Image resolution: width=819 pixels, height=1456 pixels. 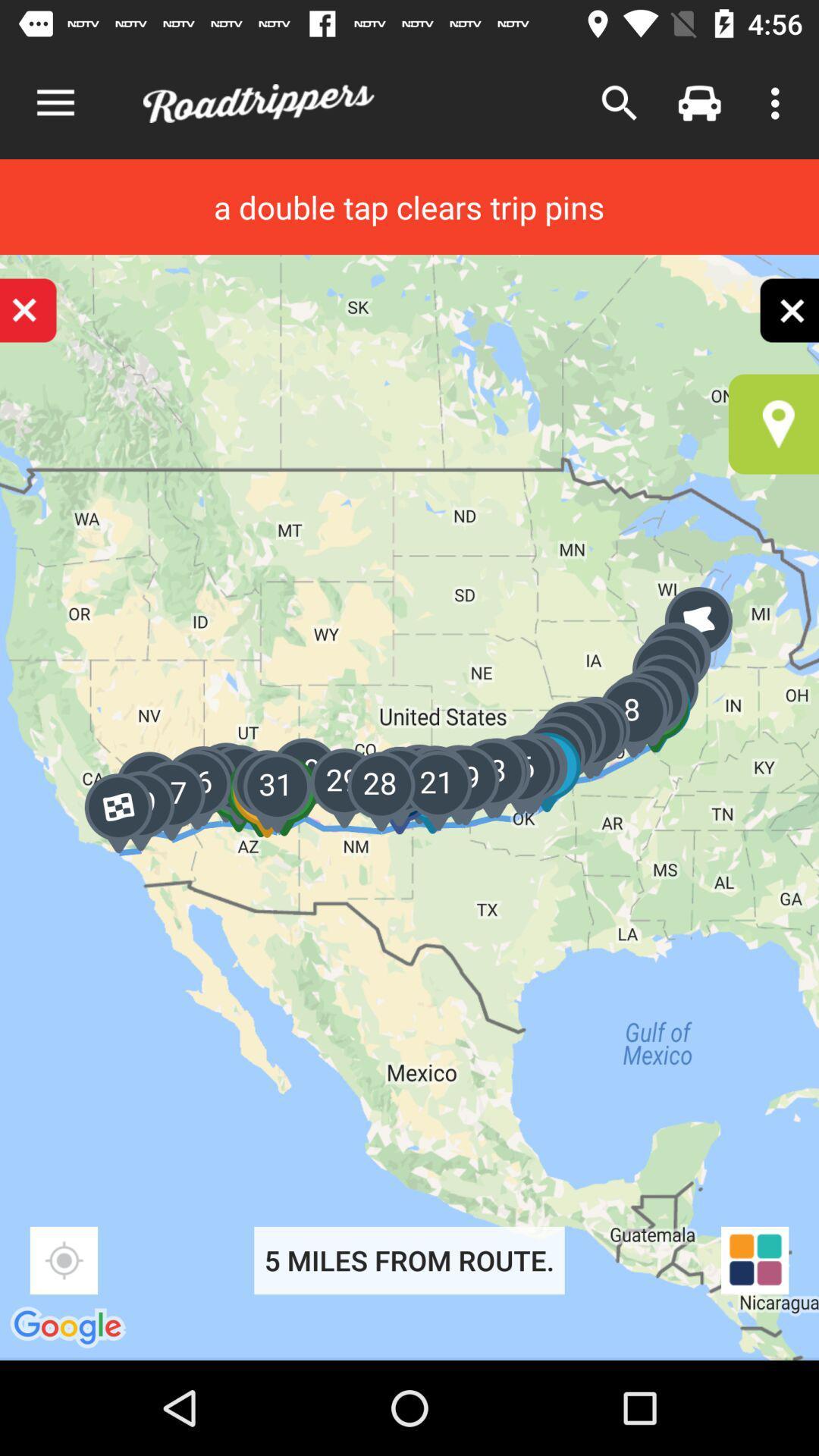 I want to click on the close icon, so click(x=788, y=309).